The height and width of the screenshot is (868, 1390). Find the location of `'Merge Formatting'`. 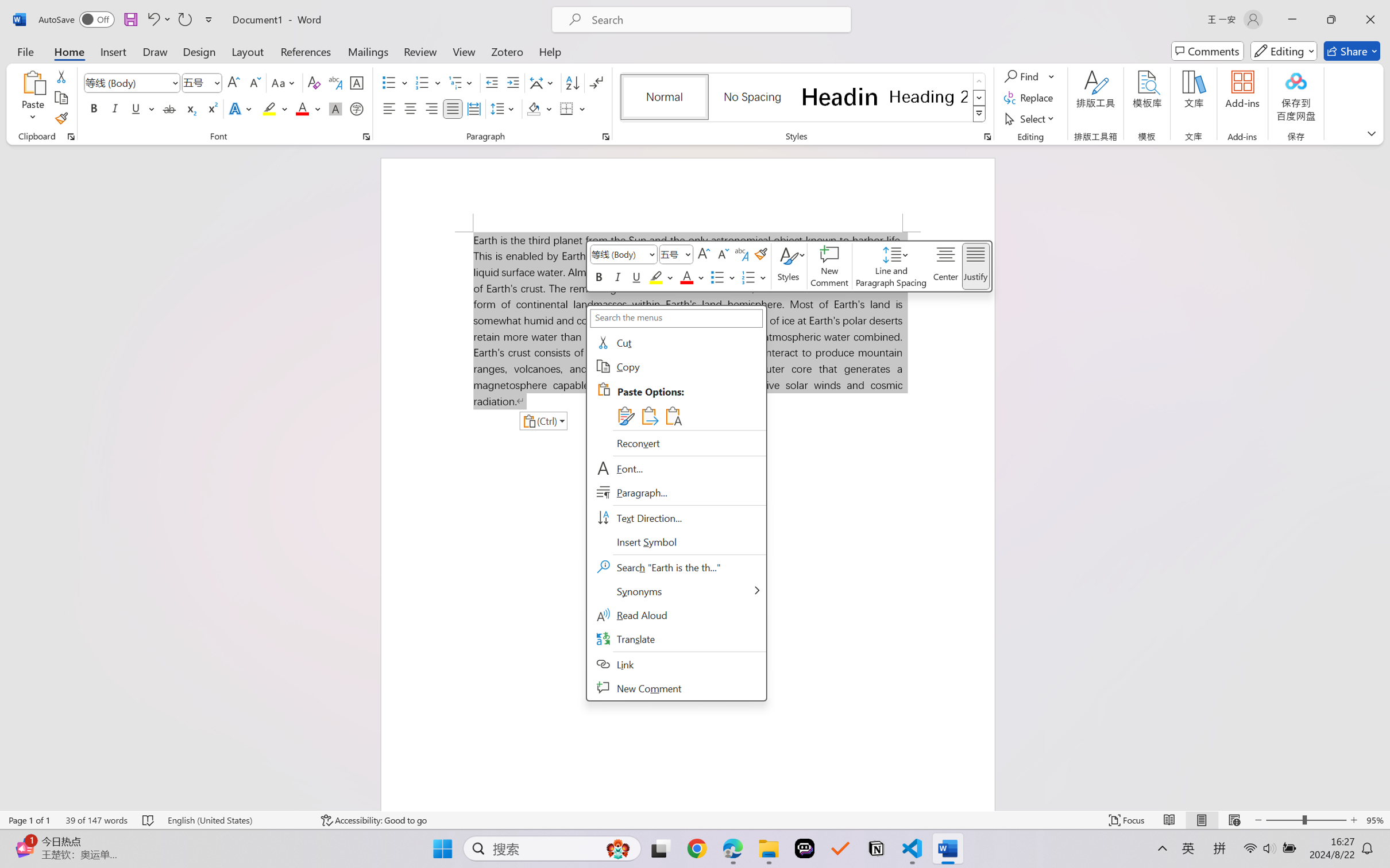

'Merge Formatting' is located at coordinates (648, 414).